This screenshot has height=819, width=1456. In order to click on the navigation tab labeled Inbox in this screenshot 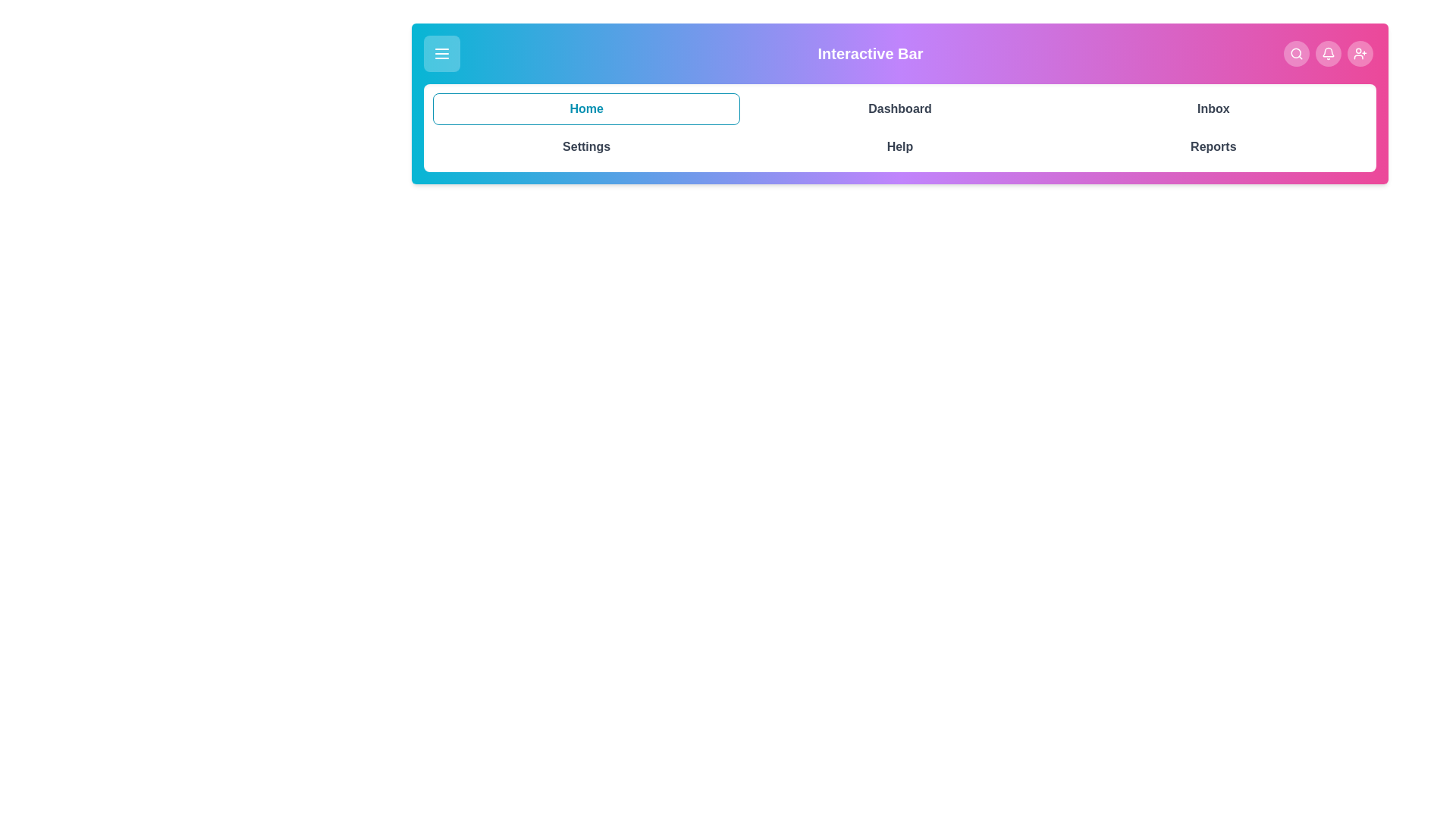, I will do `click(1213, 108)`.